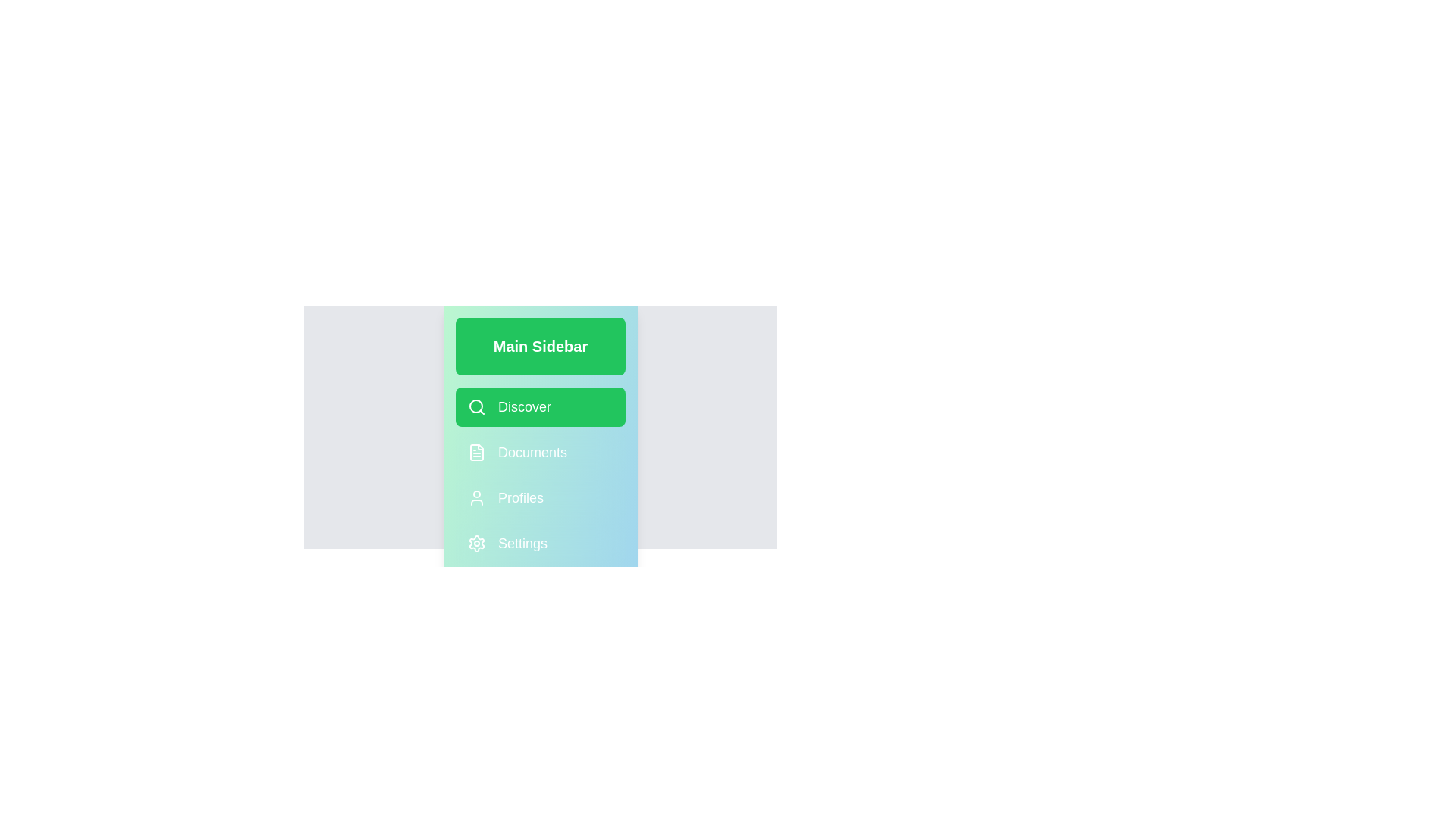 This screenshot has width=1456, height=819. What do you see at coordinates (475, 406) in the screenshot?
I see `the small magnifying glass icon representing search functionality, which is outlined in white and positioned on a green background to the left of the text 'Discover'` at bounding box center [475, 406].